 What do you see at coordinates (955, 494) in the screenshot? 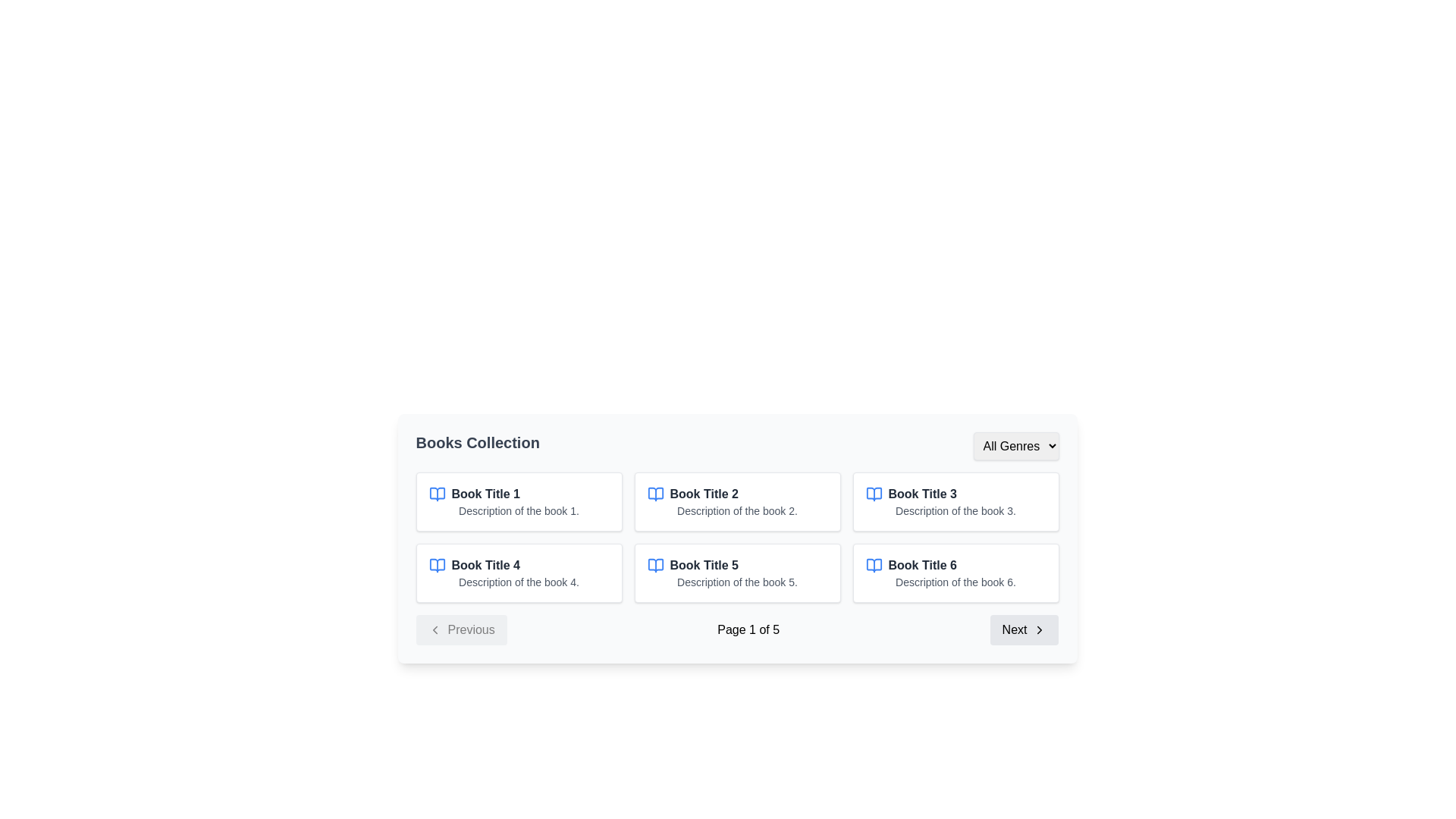
I see `text 'Book Title 3' styled in bold and dark gray color, which is adjacent to a blue-colored book icon in the 'Books Collection' section` at bounding box center [955, 494].